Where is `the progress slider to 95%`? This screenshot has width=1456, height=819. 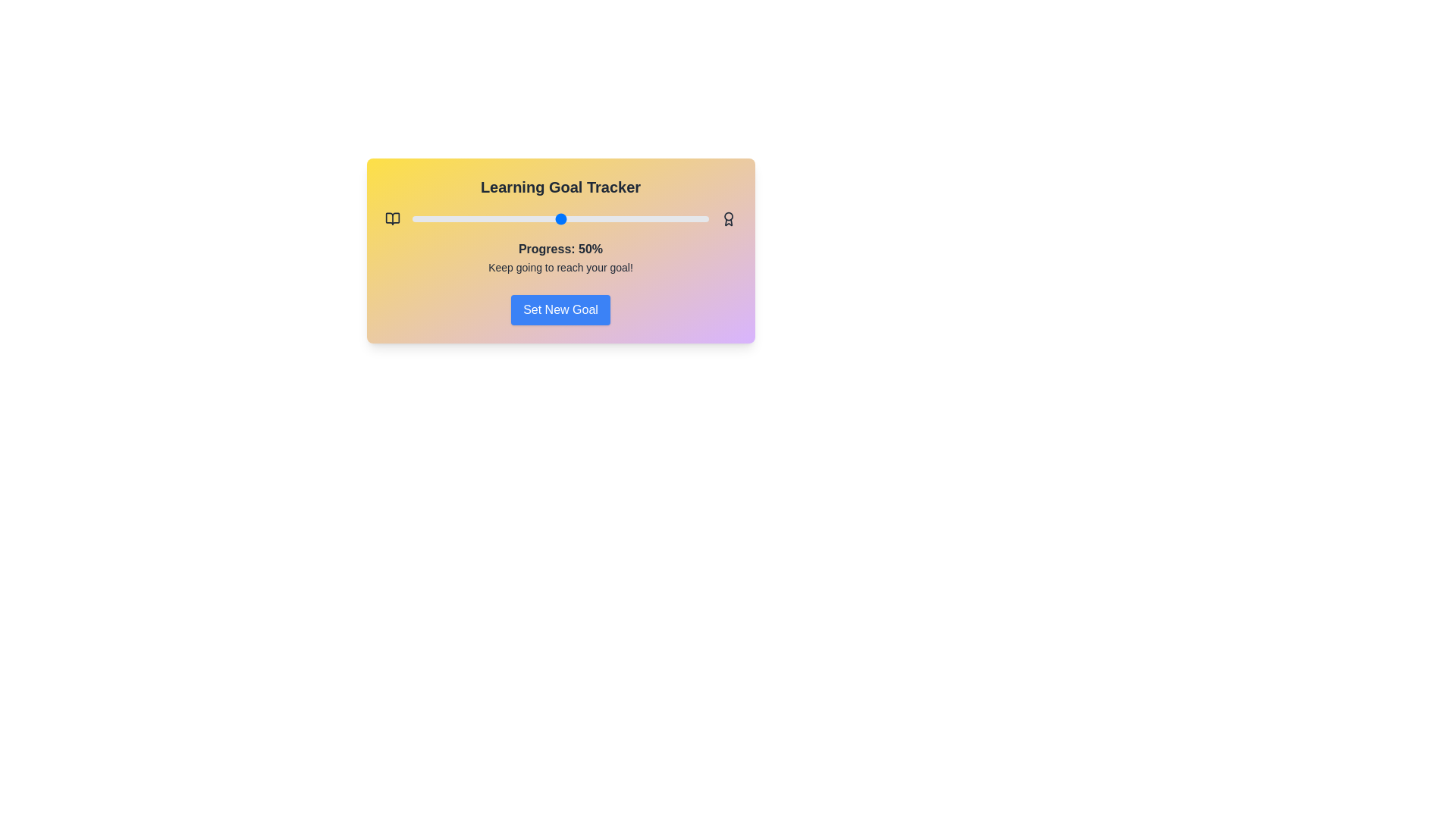 the progress slider to 95% is located at coordinates (693, 219).